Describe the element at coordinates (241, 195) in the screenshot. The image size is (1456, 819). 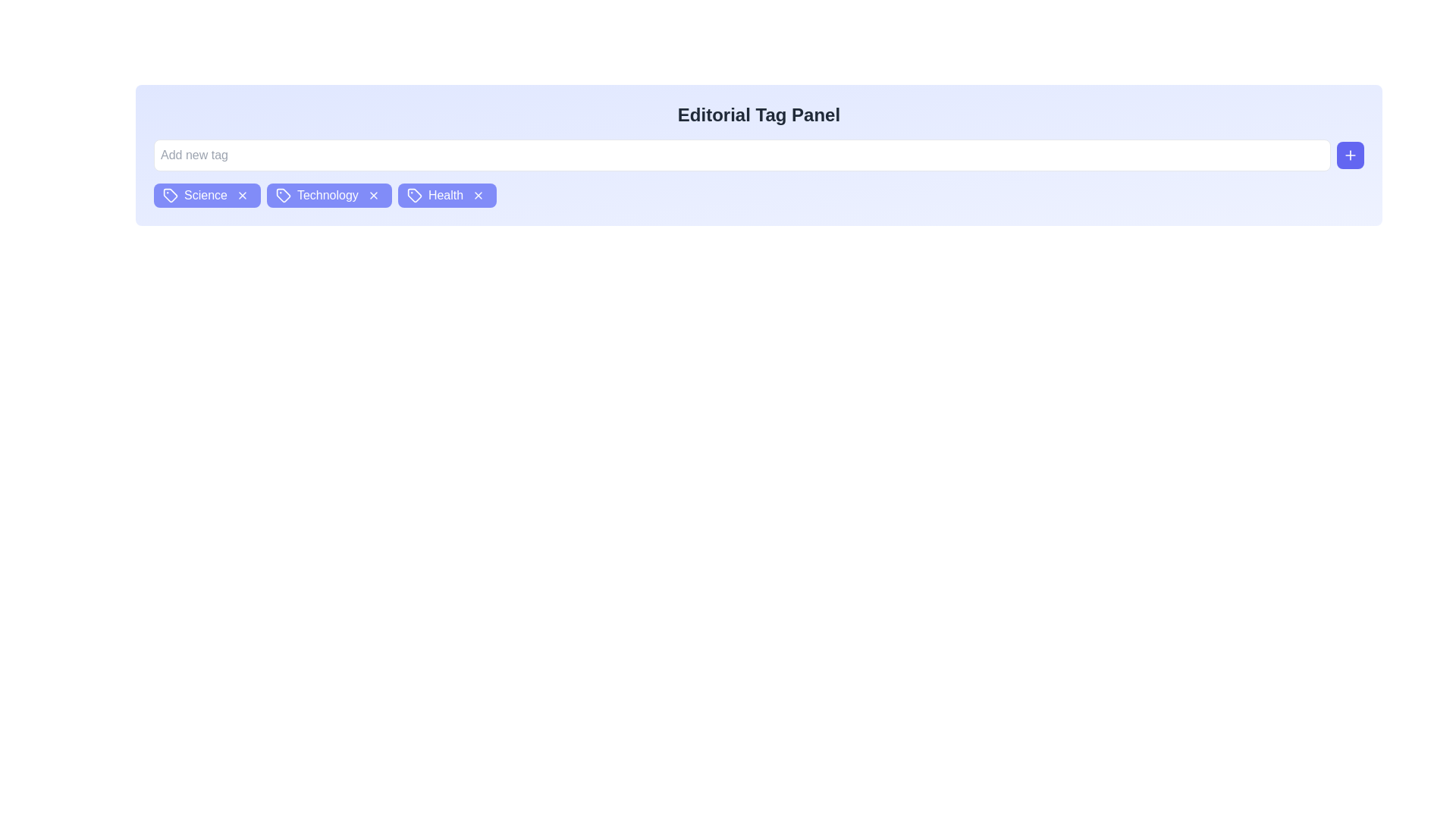
I see `the close button (X icon) of the 'Science' tag for keyboard interaction` at that location.